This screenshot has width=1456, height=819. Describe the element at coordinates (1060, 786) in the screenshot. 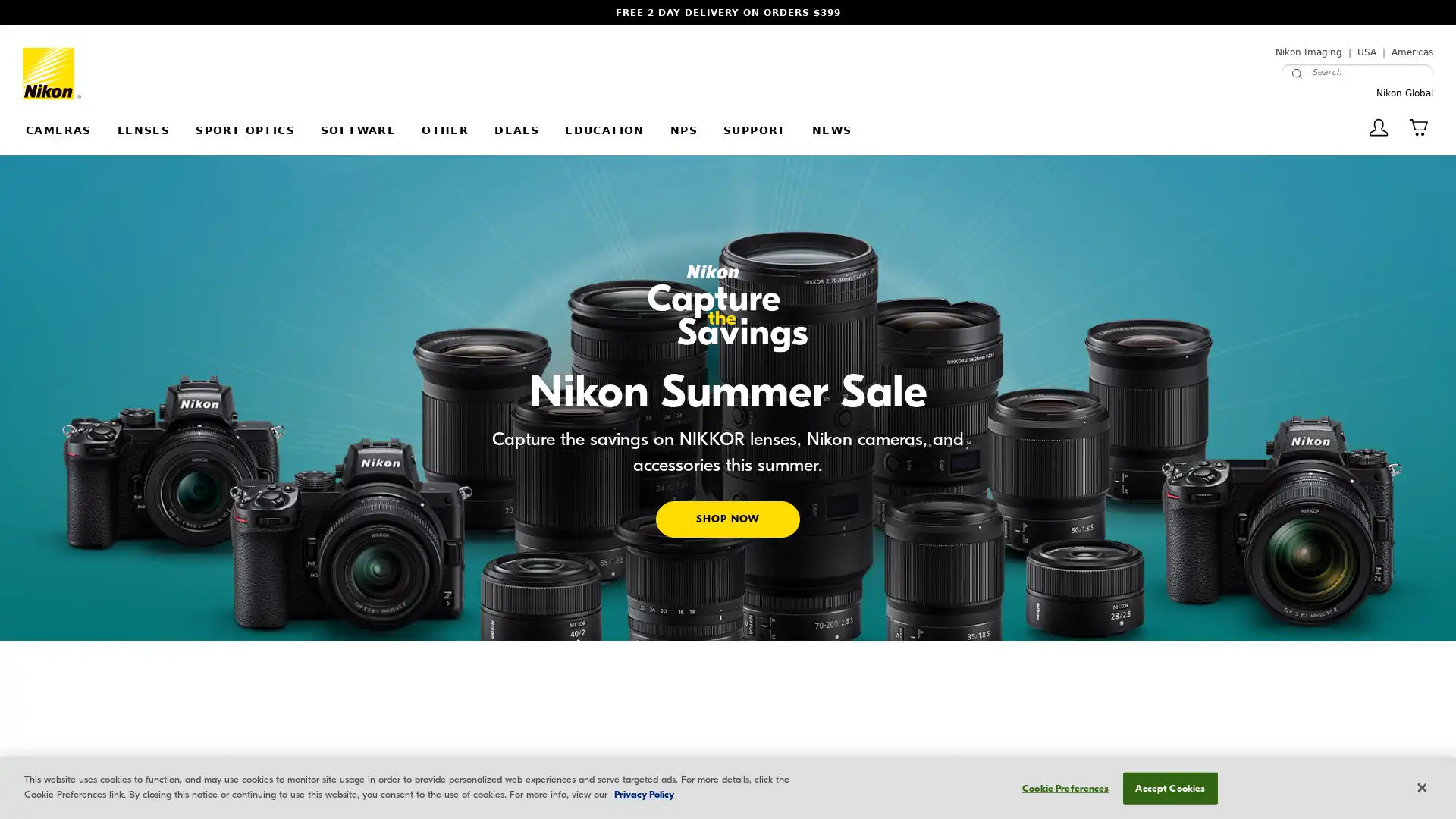

I see `Cookie Preferences` at that location.